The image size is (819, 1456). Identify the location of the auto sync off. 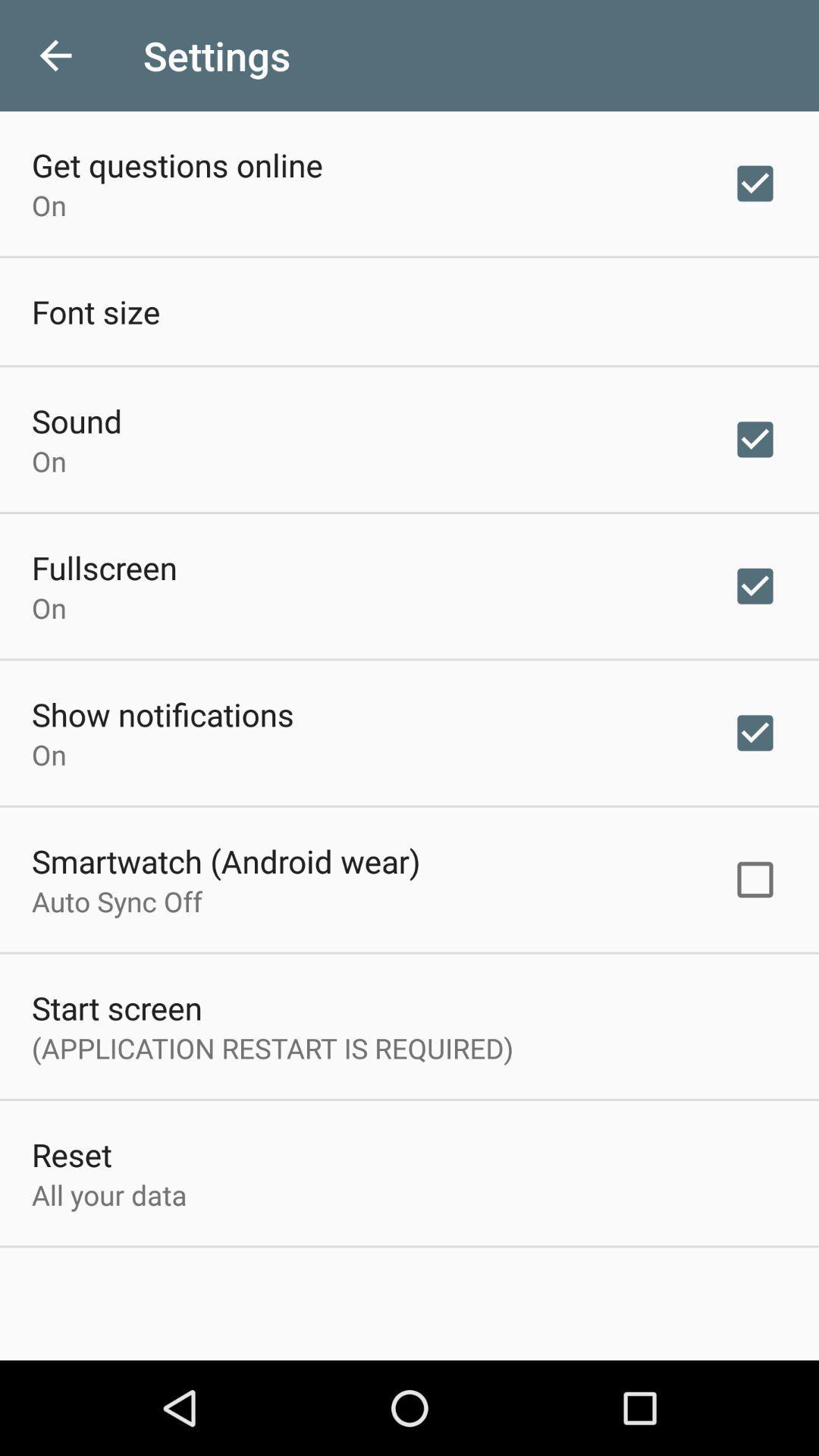
(116, 901).